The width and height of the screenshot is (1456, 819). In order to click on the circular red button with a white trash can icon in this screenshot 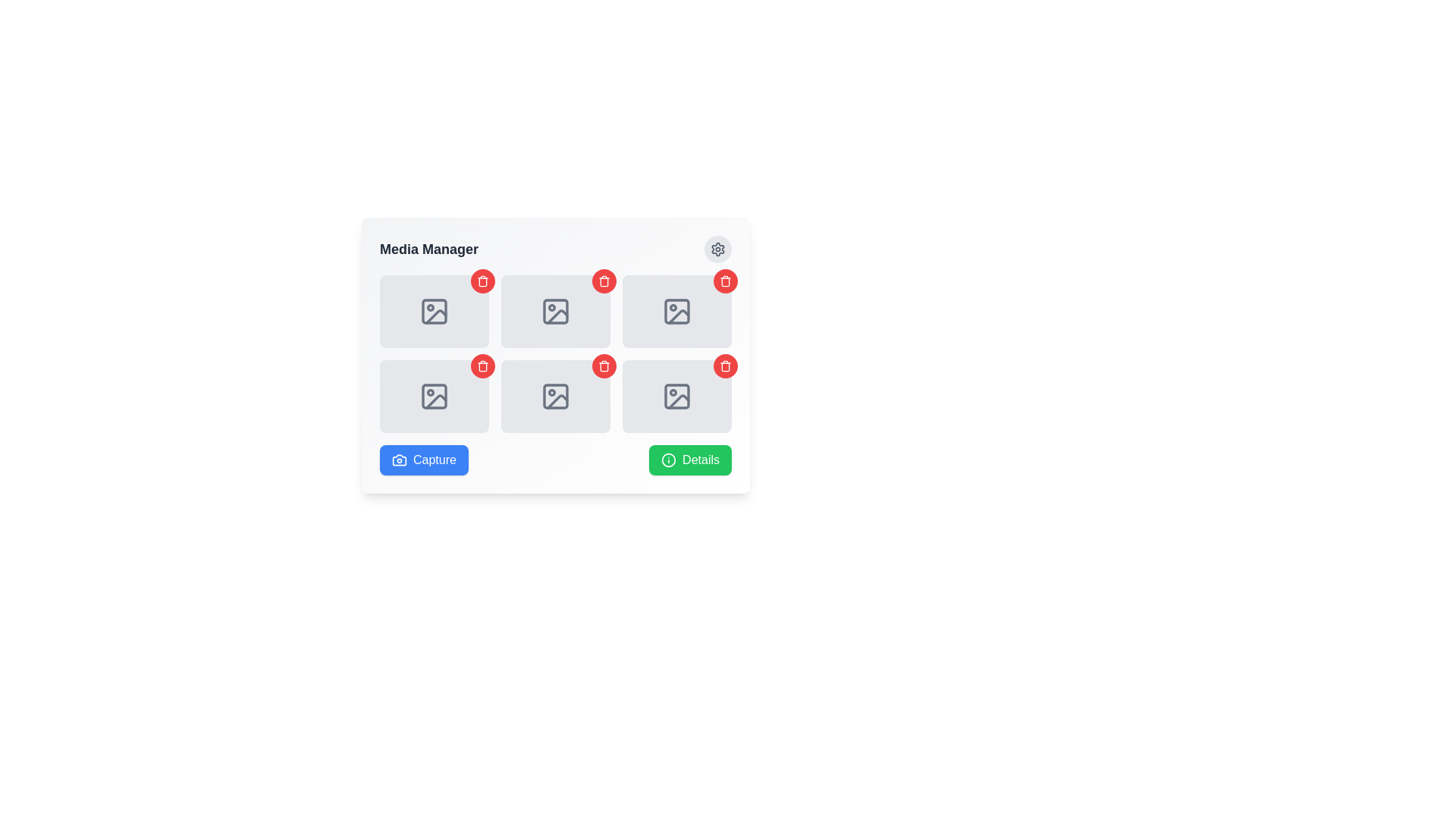, I will do `click(482, 281)`.